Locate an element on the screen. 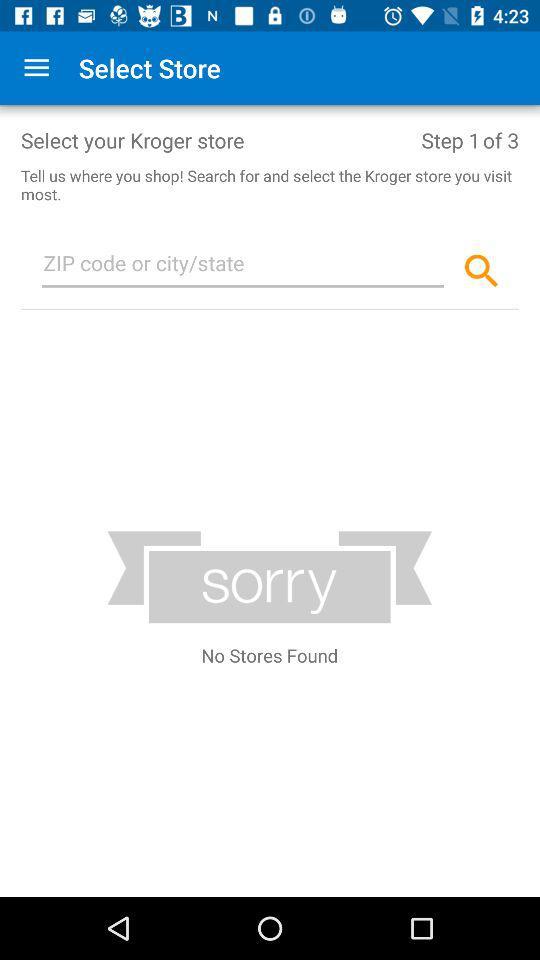  the icon to the left of the select store icon is located at coordinates (36, 68).